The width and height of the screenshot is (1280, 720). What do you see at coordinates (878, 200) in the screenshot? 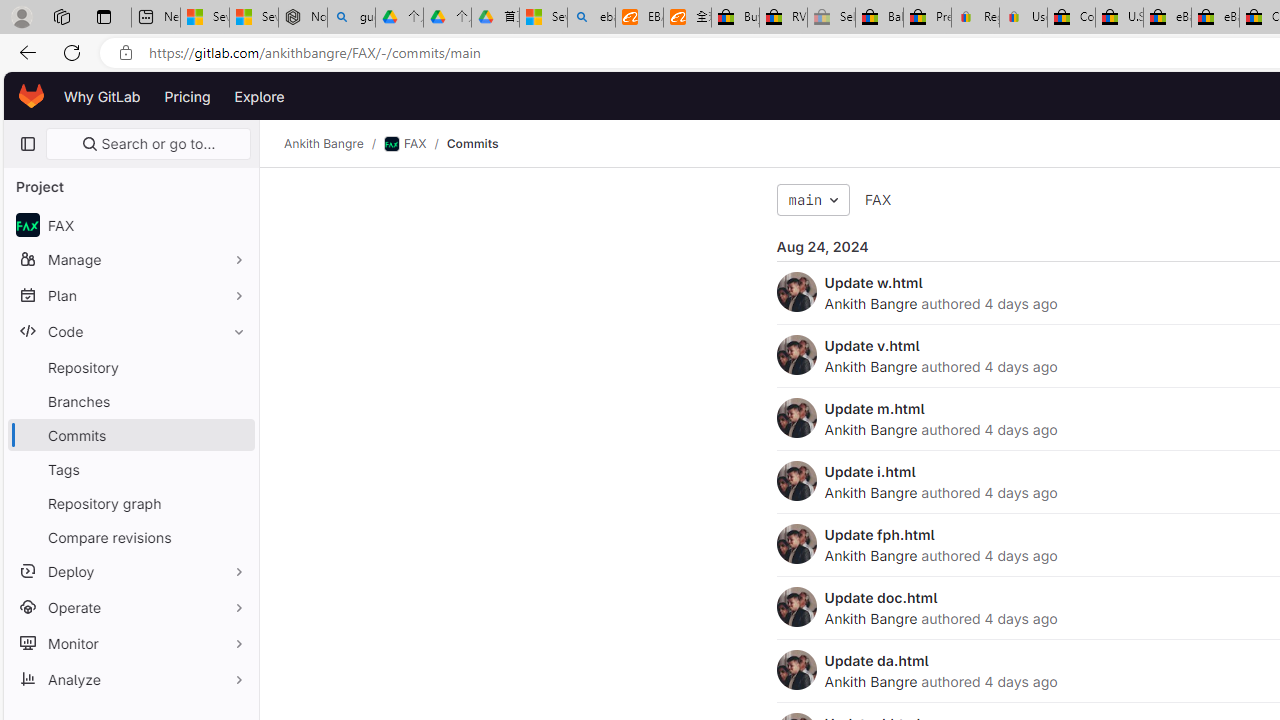
I see `'FAX'` at bounding box center [878, 200].